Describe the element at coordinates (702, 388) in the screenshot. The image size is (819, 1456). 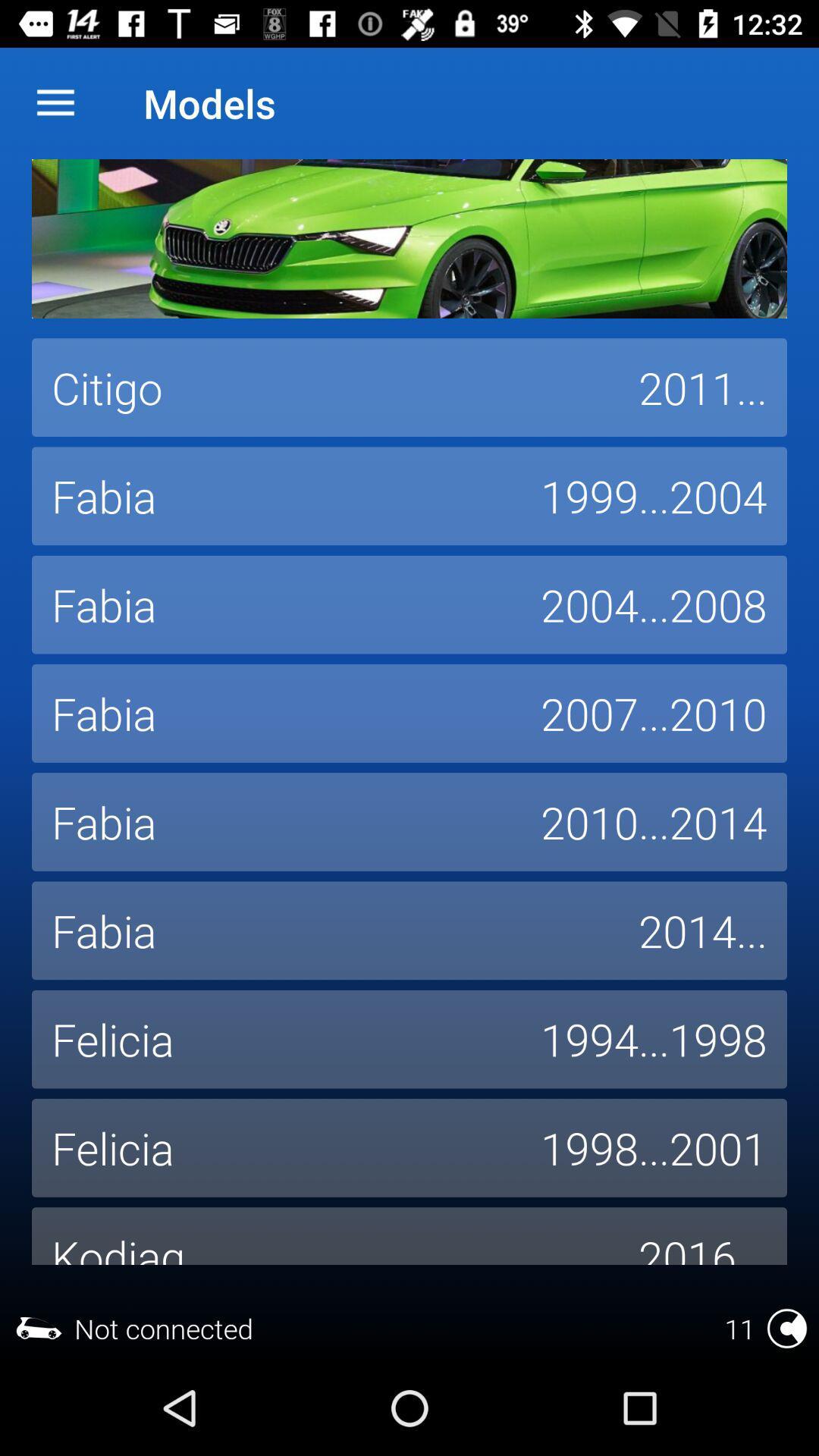
I see `item next to citigo` at that location.